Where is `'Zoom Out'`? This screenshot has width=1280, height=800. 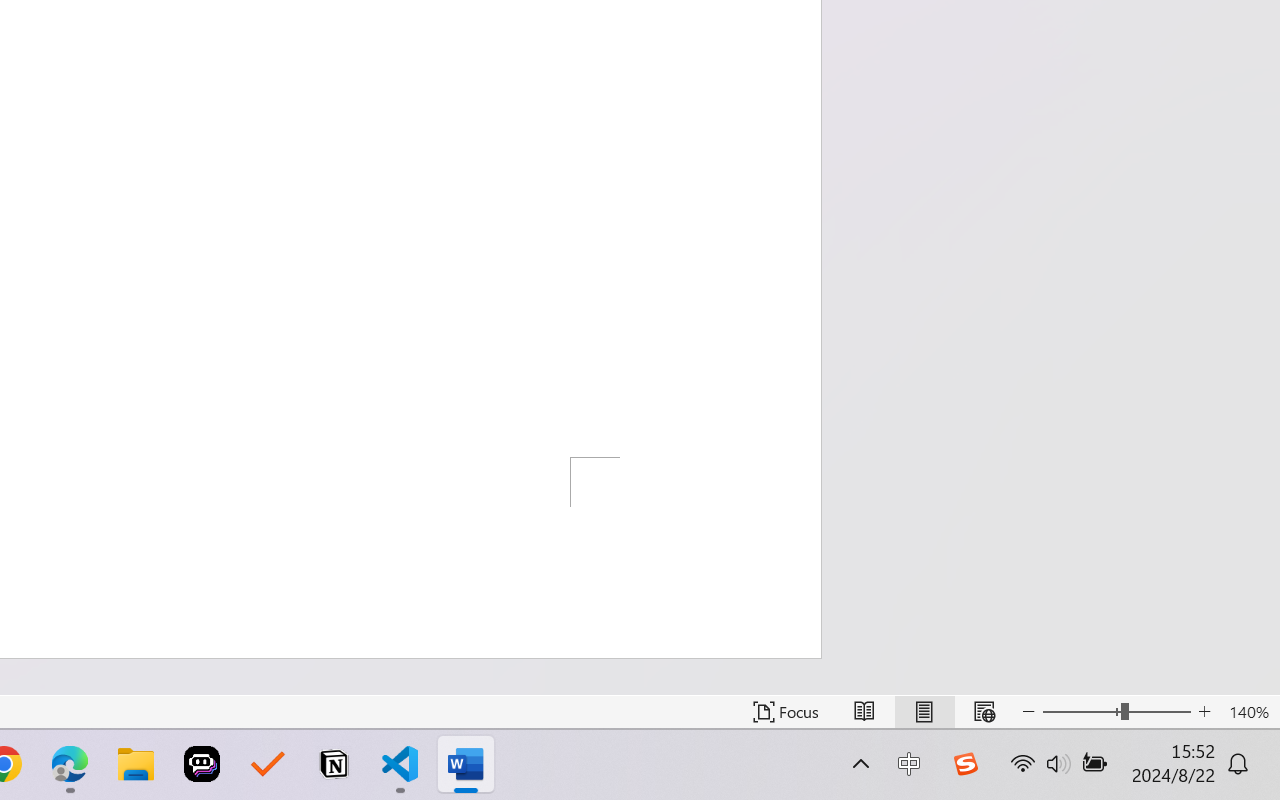 'Zoom Out' is located at coordinates (1080, 711).